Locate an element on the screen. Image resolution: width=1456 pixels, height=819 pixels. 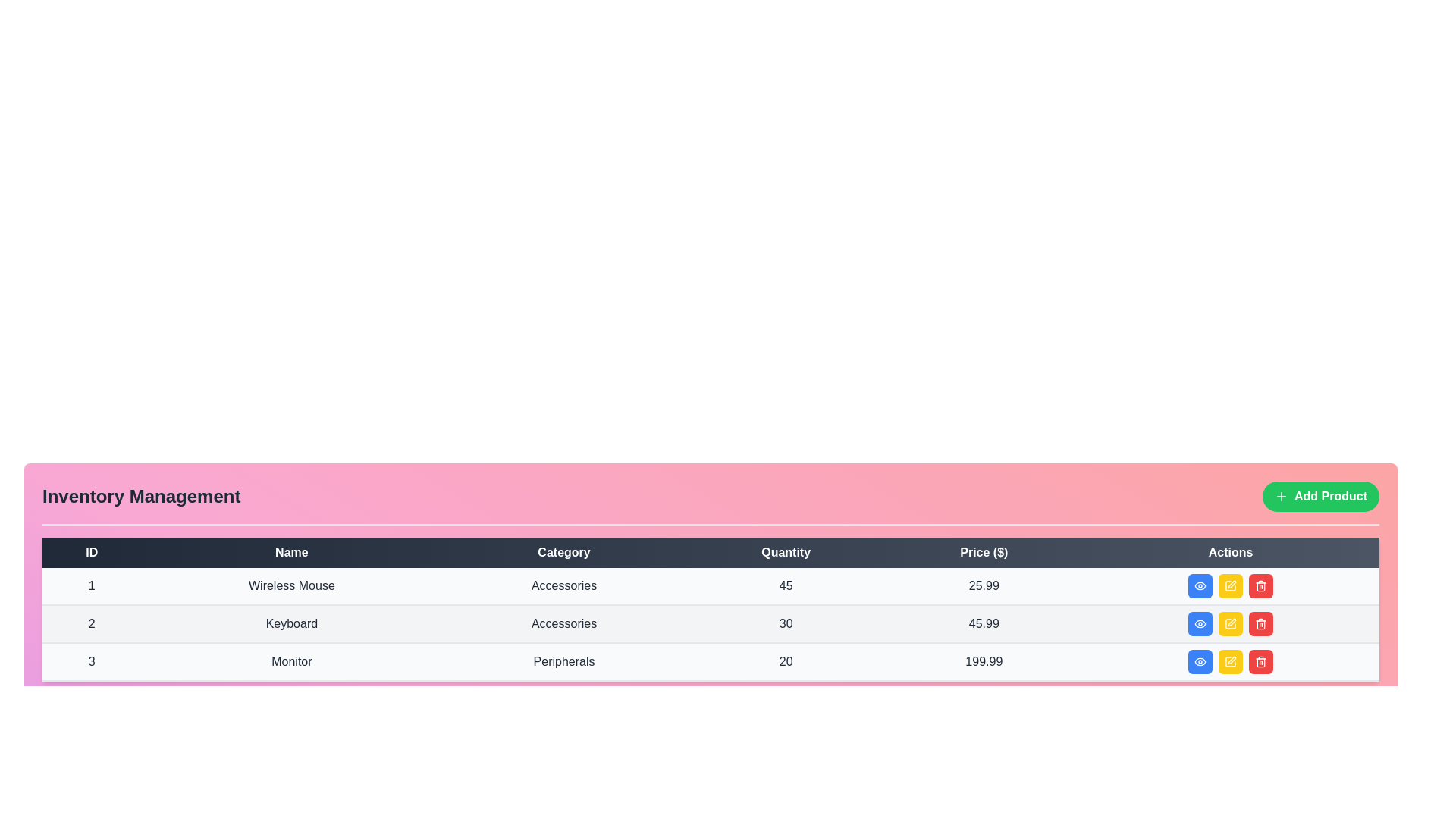
the middle button with a yellow background under the 'Actions' column for the product 'Keyboard' to initiate editing is located at coordinates (1231, 623).